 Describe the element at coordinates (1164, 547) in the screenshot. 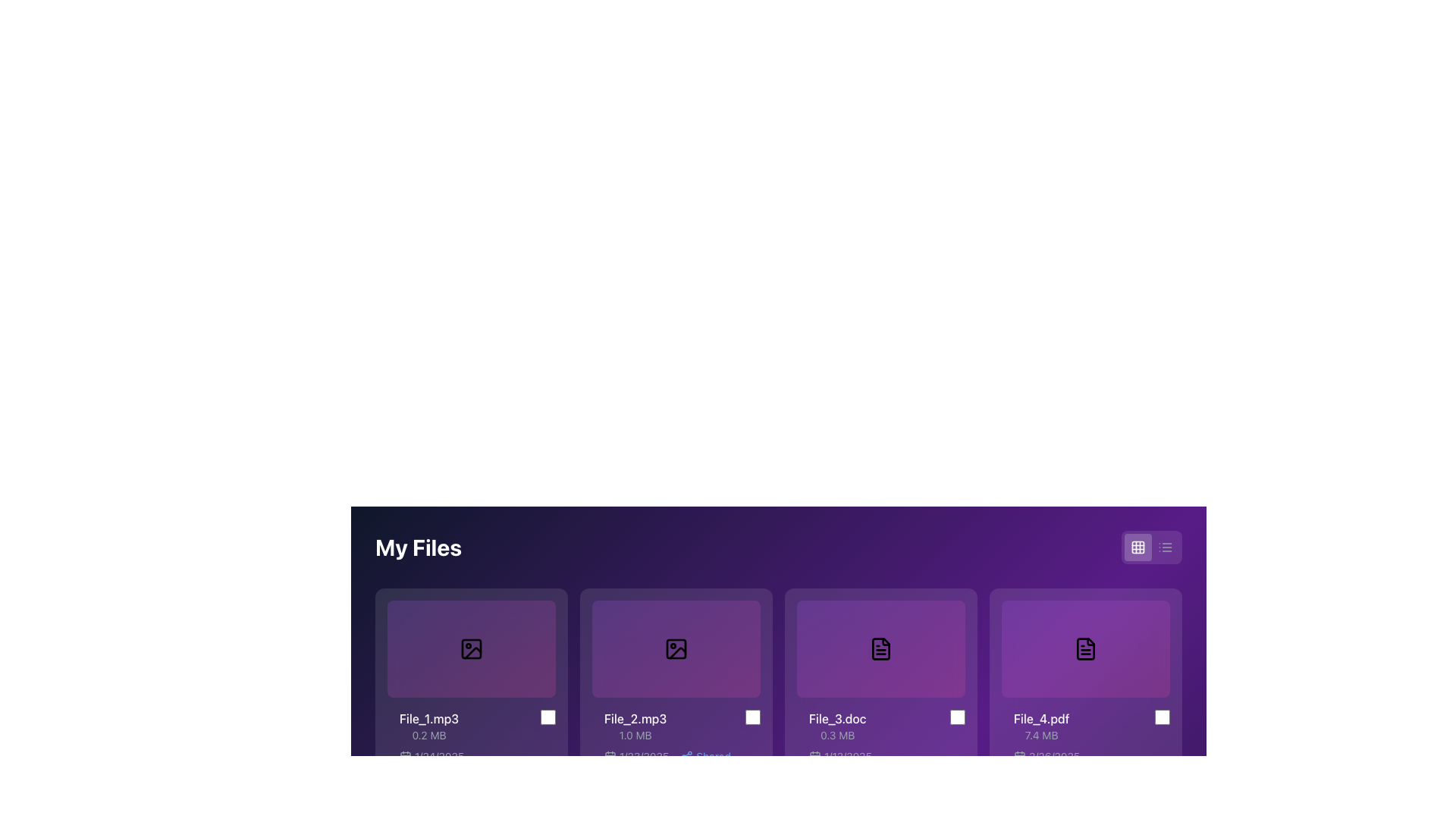

I see `the rounded gray button with a list view icon, located at the top-right corner of the section` at that location.